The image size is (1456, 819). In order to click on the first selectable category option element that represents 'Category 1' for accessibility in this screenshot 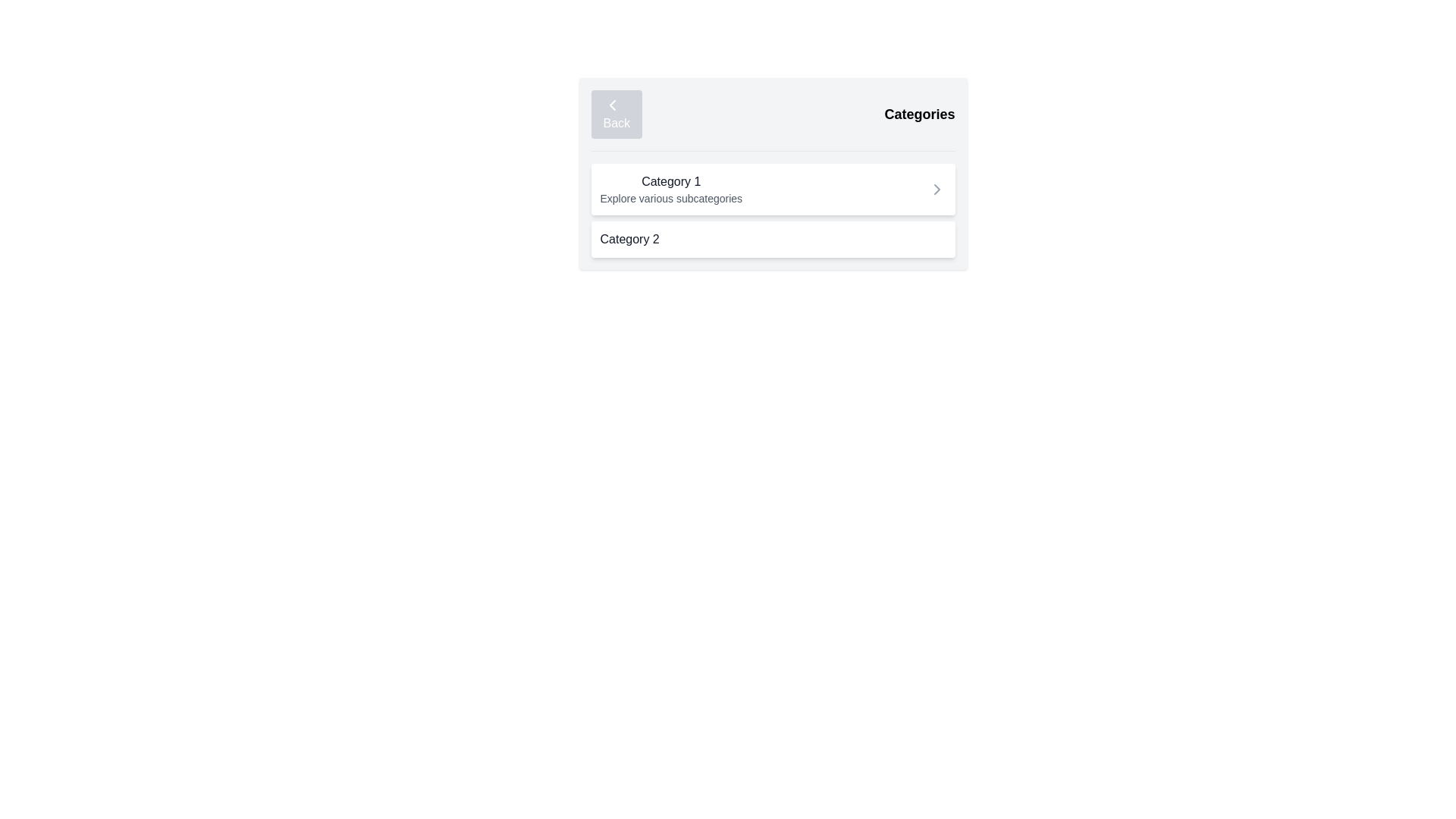, I will do `click(773, 189)`.